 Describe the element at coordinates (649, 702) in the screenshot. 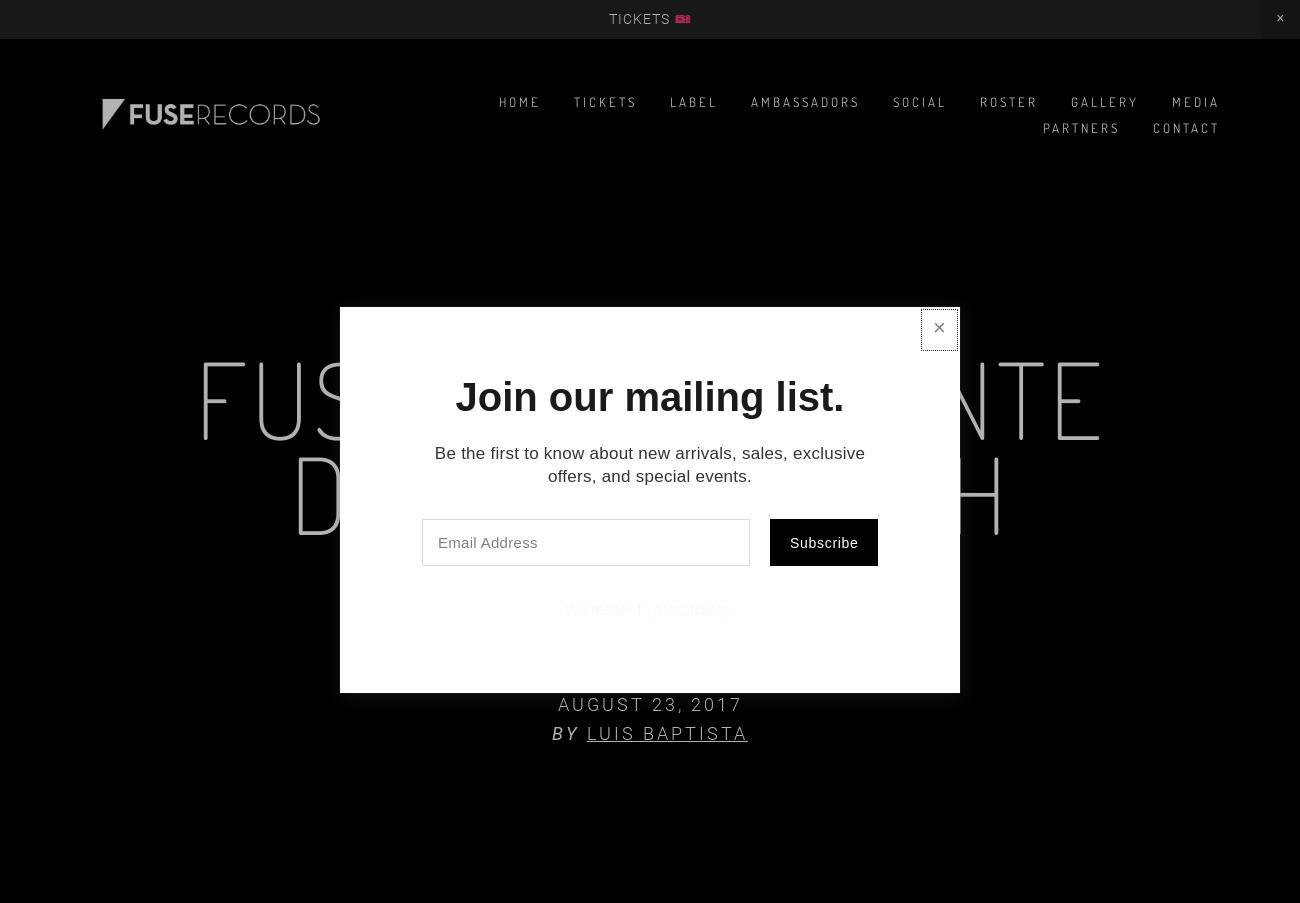

I see `'August 23, 2017'` at that location.